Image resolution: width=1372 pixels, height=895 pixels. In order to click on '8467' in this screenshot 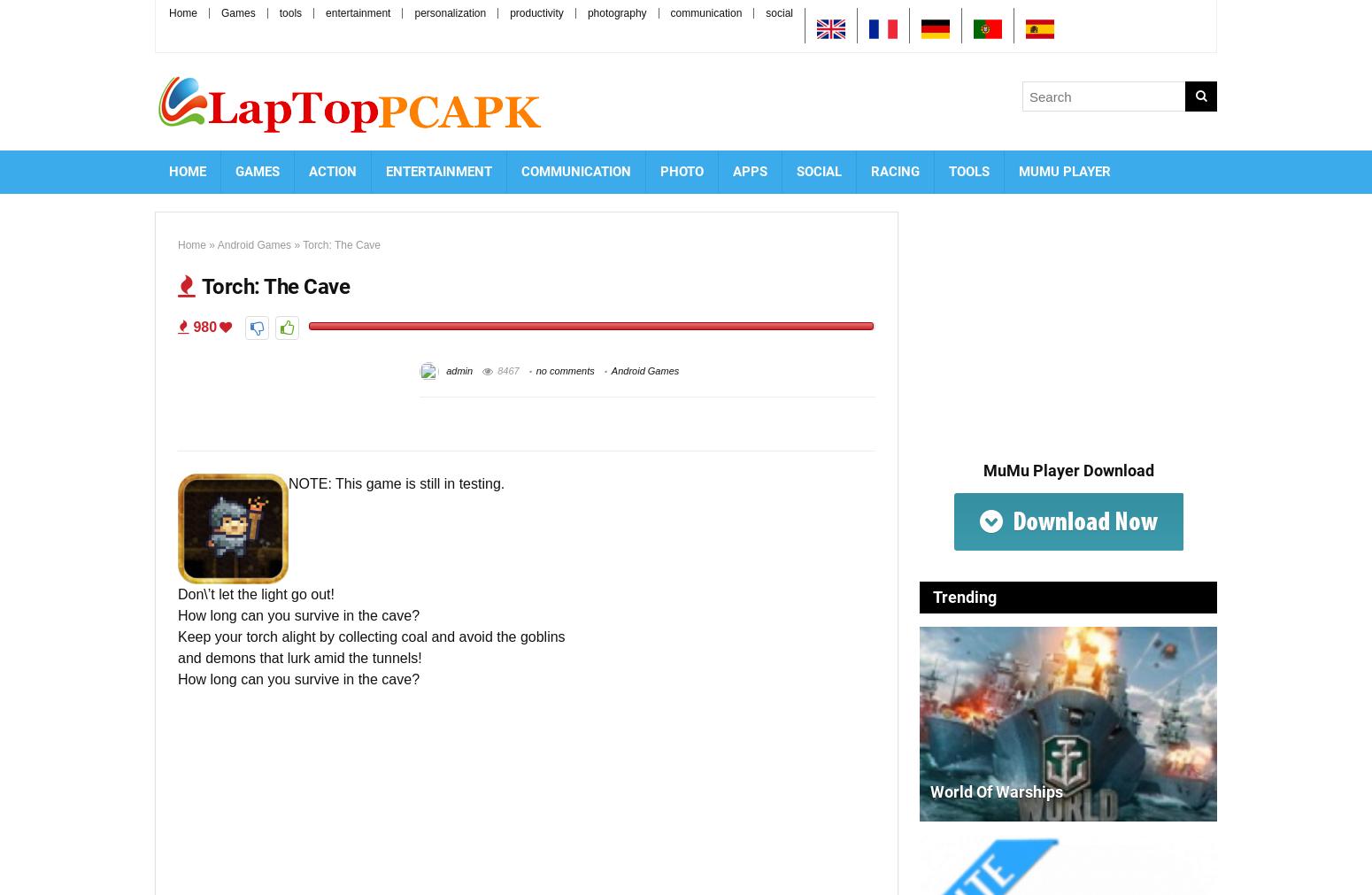, I will do `click(507, 369)`.